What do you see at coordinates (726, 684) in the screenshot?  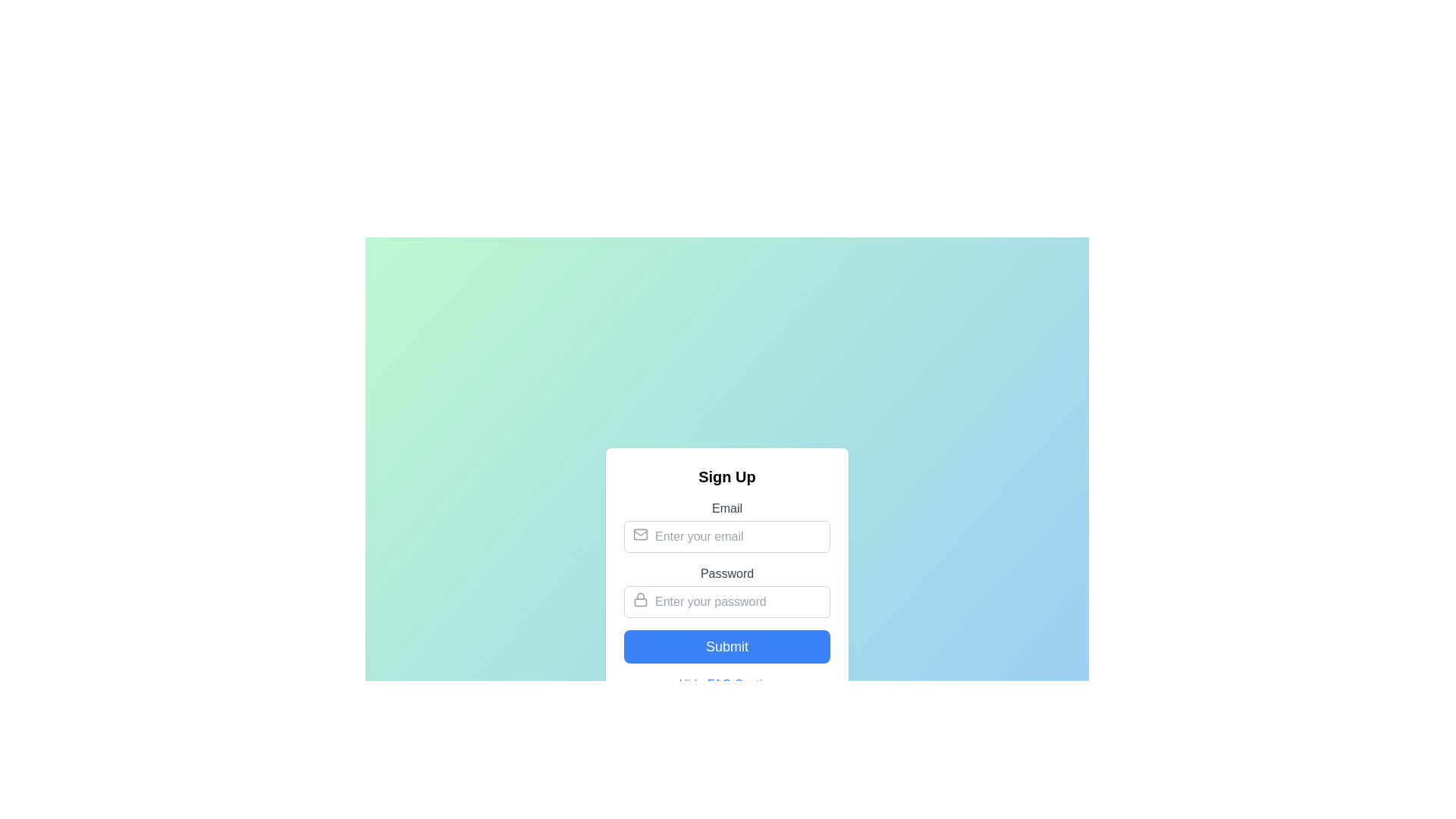 I see `the blue, underlined hyperlink text 'Hide FAQ Section' located at the bottom of the 'Sign Up' card, directly below the 'Submit' button` at bounding box center [726, 684].